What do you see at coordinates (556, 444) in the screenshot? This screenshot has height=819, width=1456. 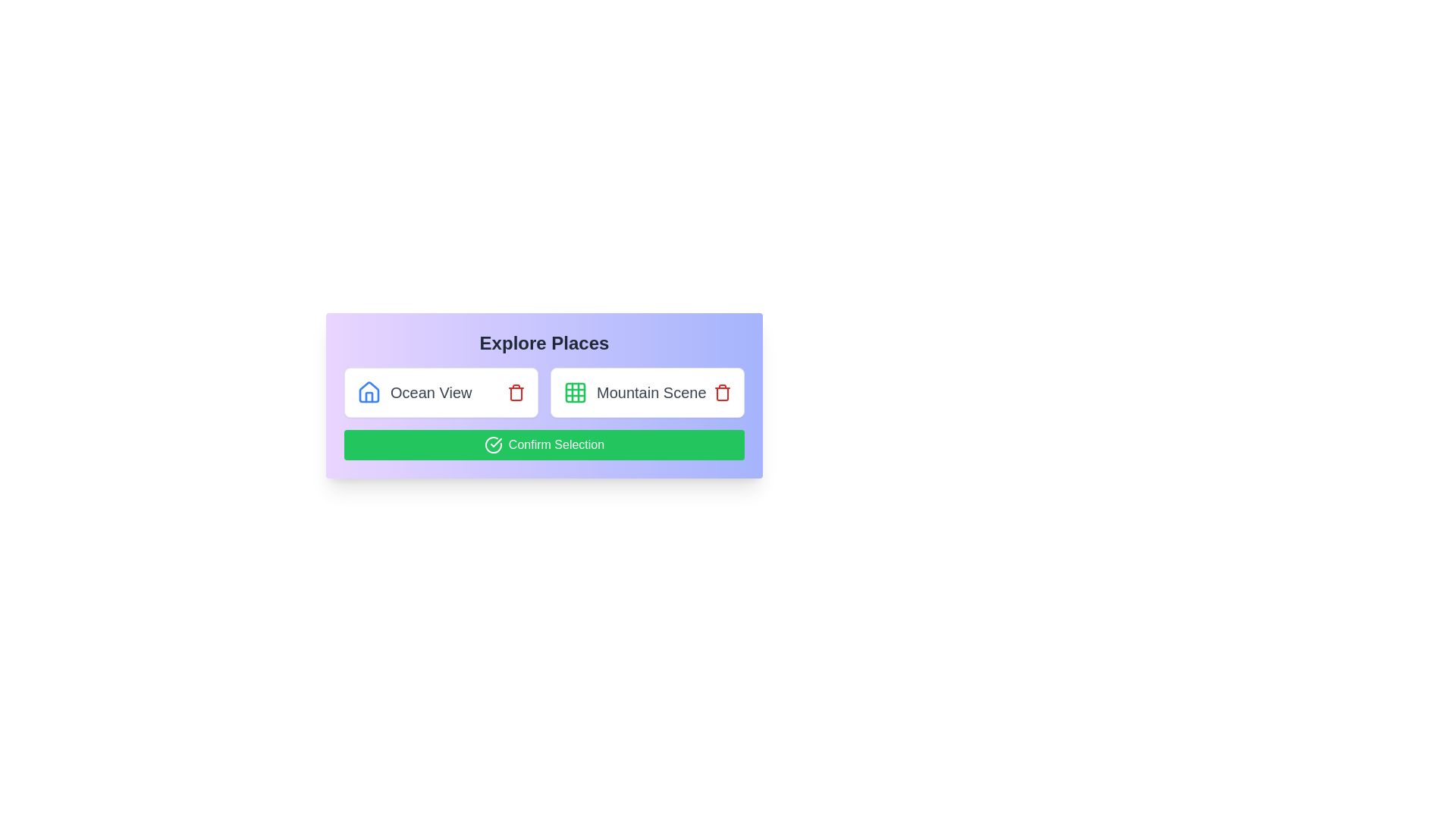 I see `the 'Confirm Selection' static text displayed in bold white font on a green background, which is centrally aligned within a rectangular button at the bottom of the interface` at bounding box center [556, 444].